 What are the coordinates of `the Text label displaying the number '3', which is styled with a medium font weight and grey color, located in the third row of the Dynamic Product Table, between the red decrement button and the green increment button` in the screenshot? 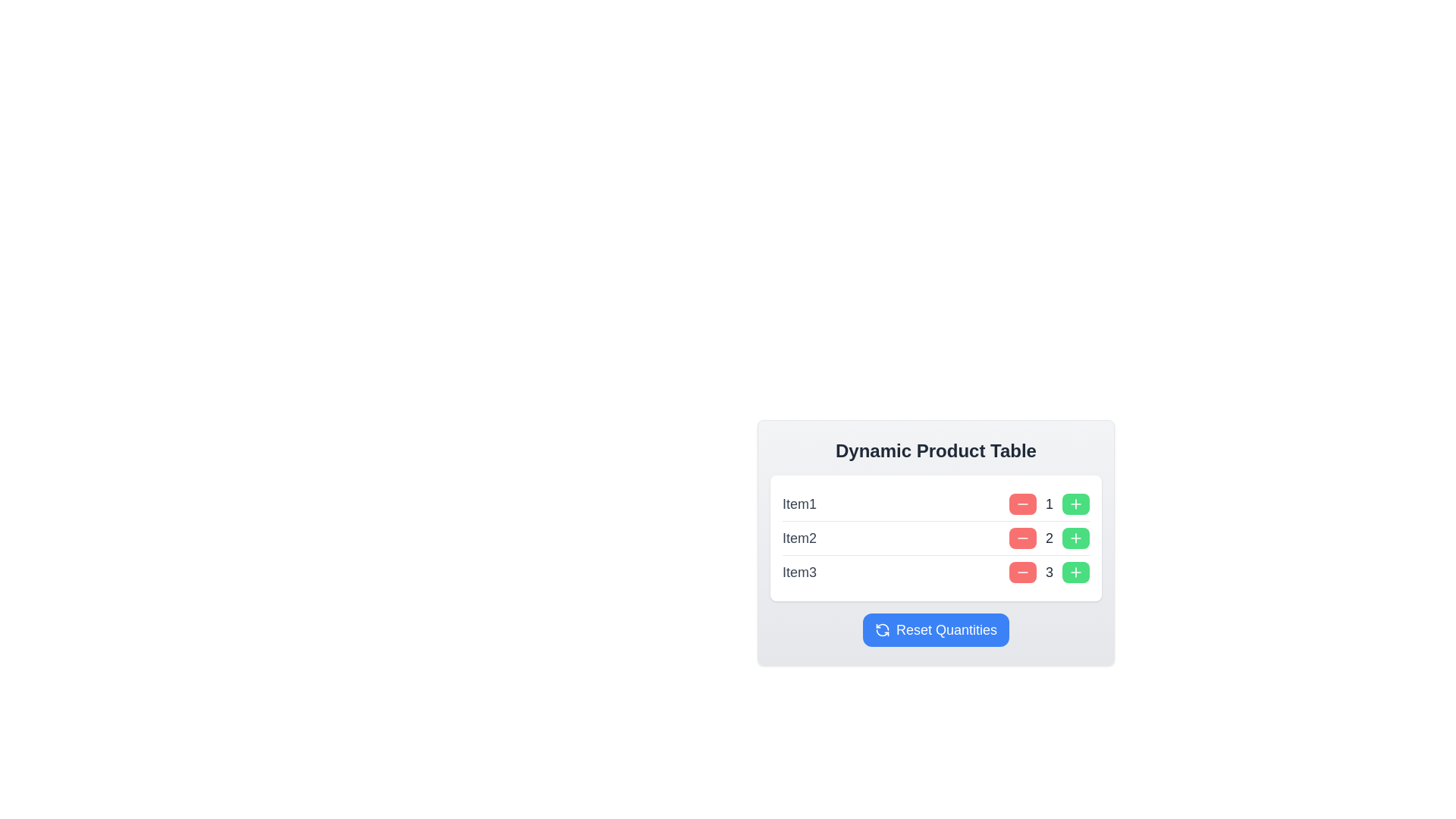 It's located at (1048, 573).